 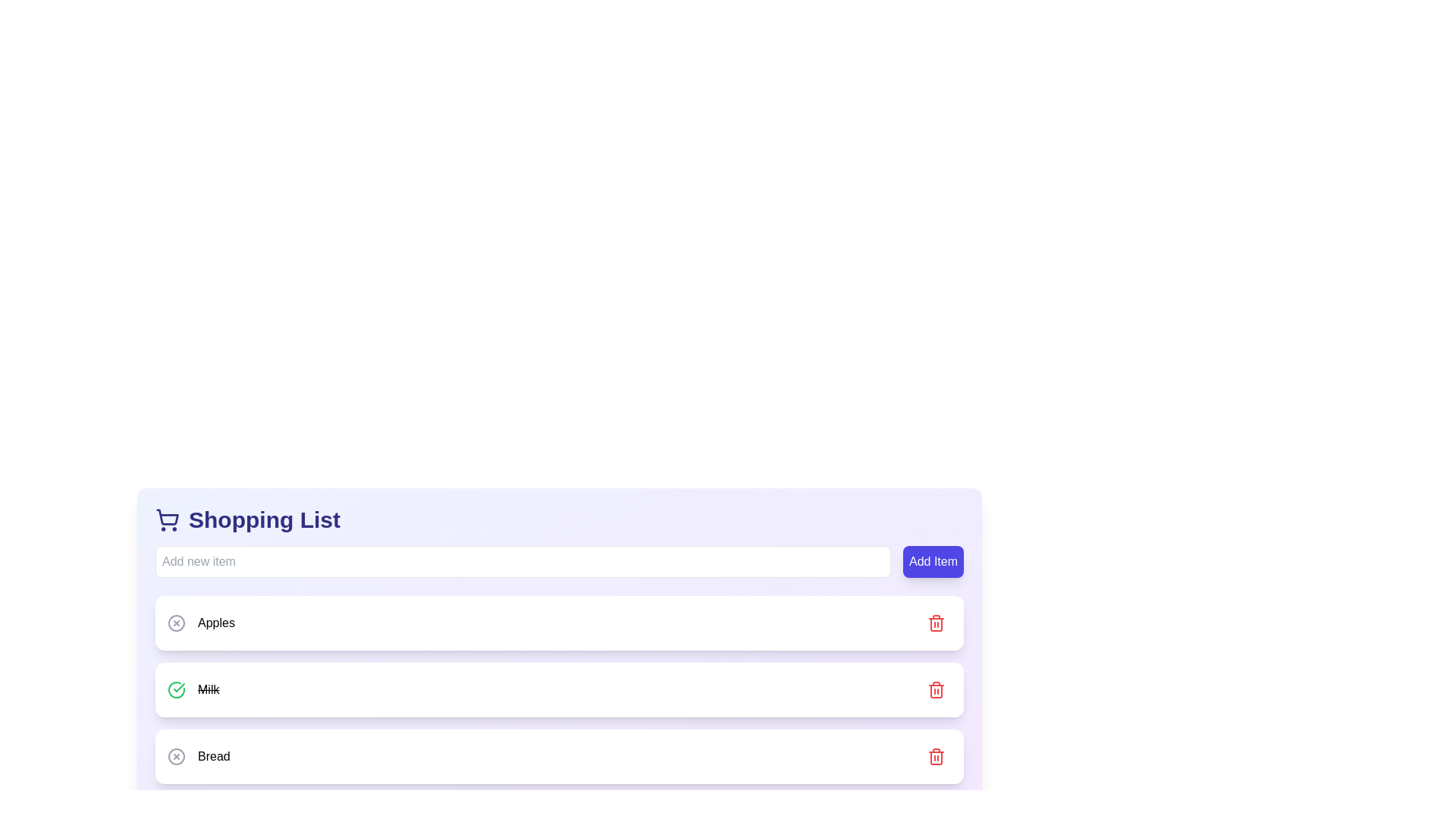 I want to click on the static text label displaying 'Apples', so click(x=200, y=623).